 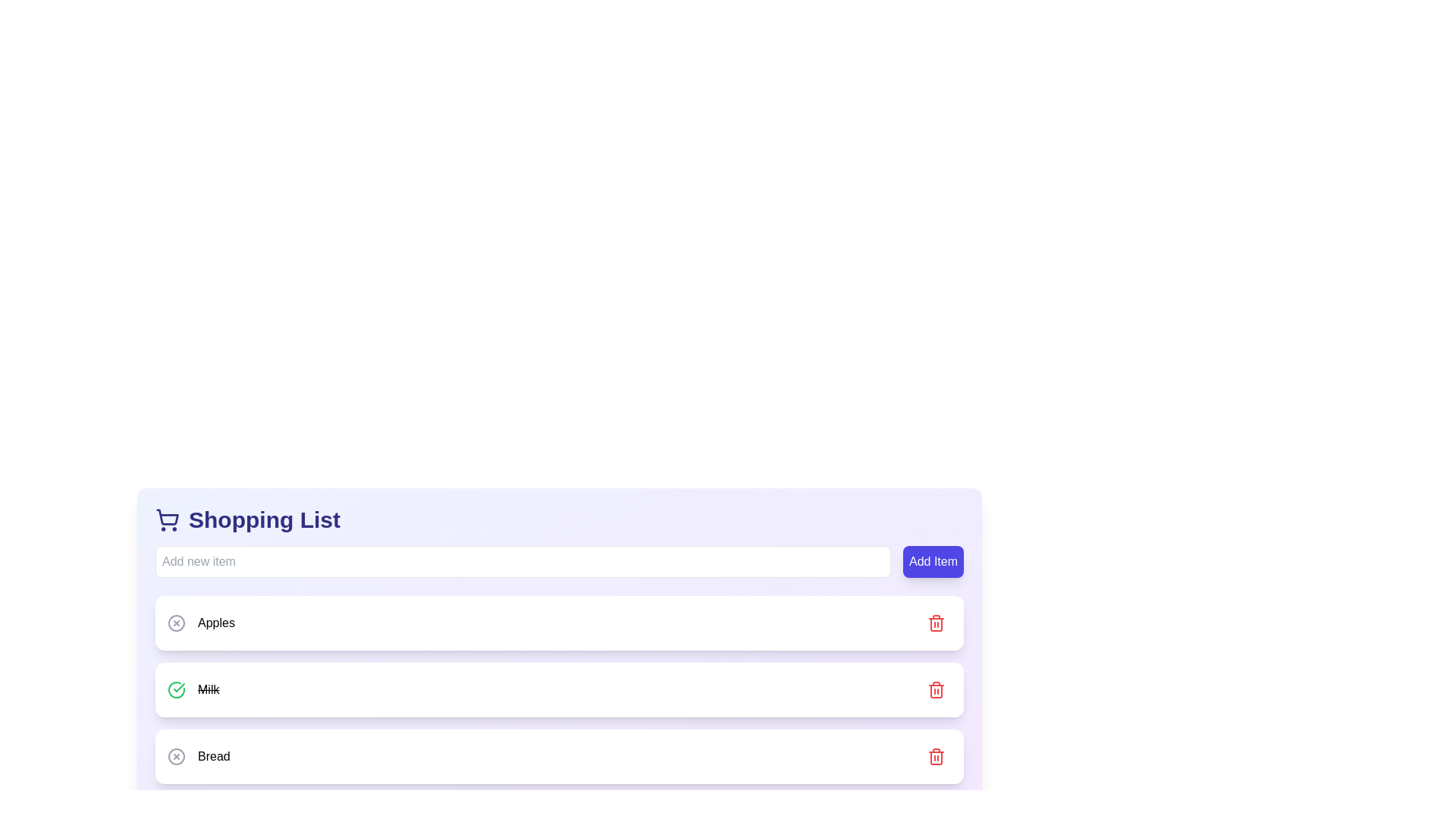 I want to click on the static text label displaying 'Apples', so click(x=200, y=623).